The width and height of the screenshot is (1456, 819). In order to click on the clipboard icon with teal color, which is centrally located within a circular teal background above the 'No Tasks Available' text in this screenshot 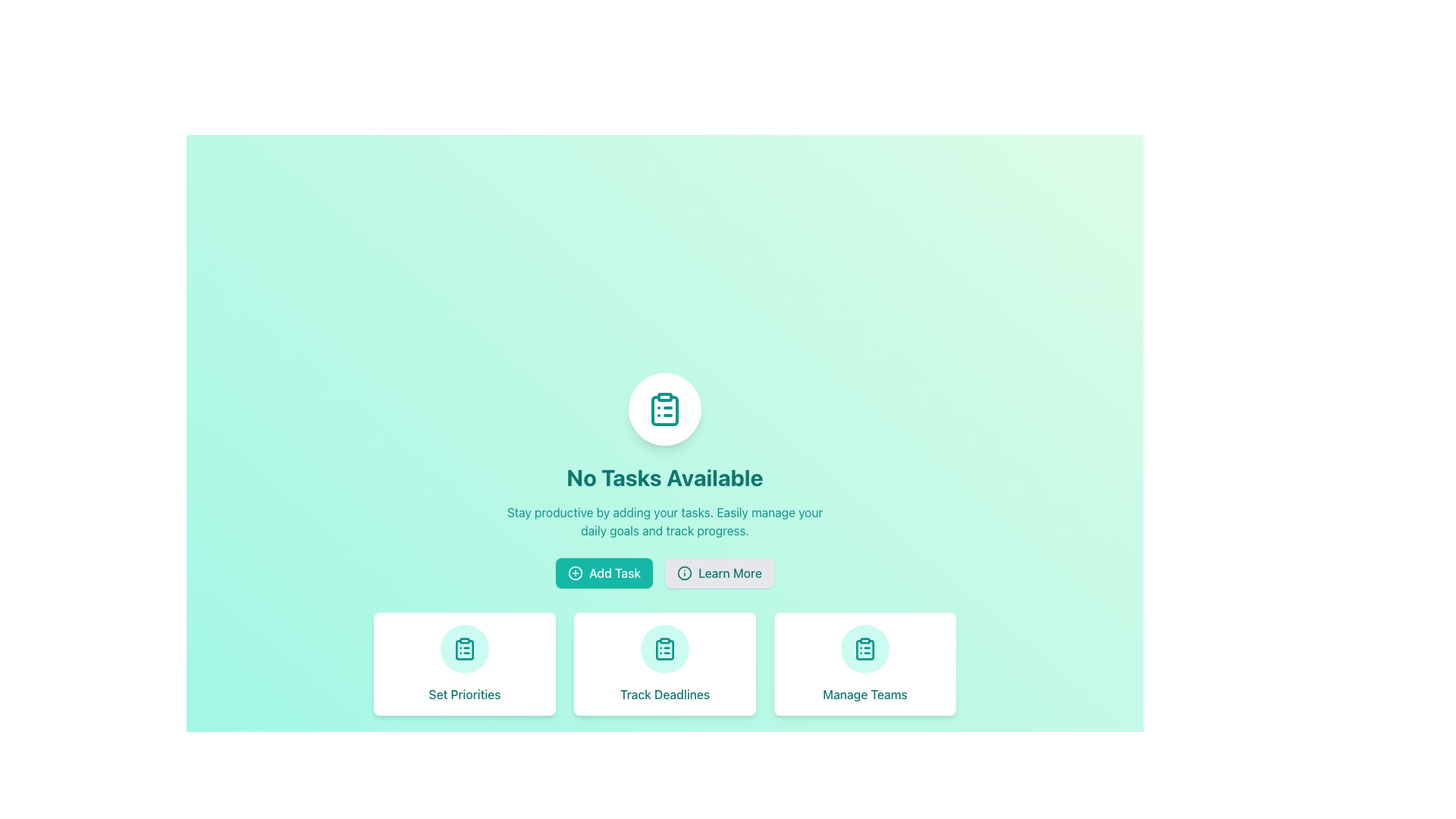, I will do `click(865, 648)`.